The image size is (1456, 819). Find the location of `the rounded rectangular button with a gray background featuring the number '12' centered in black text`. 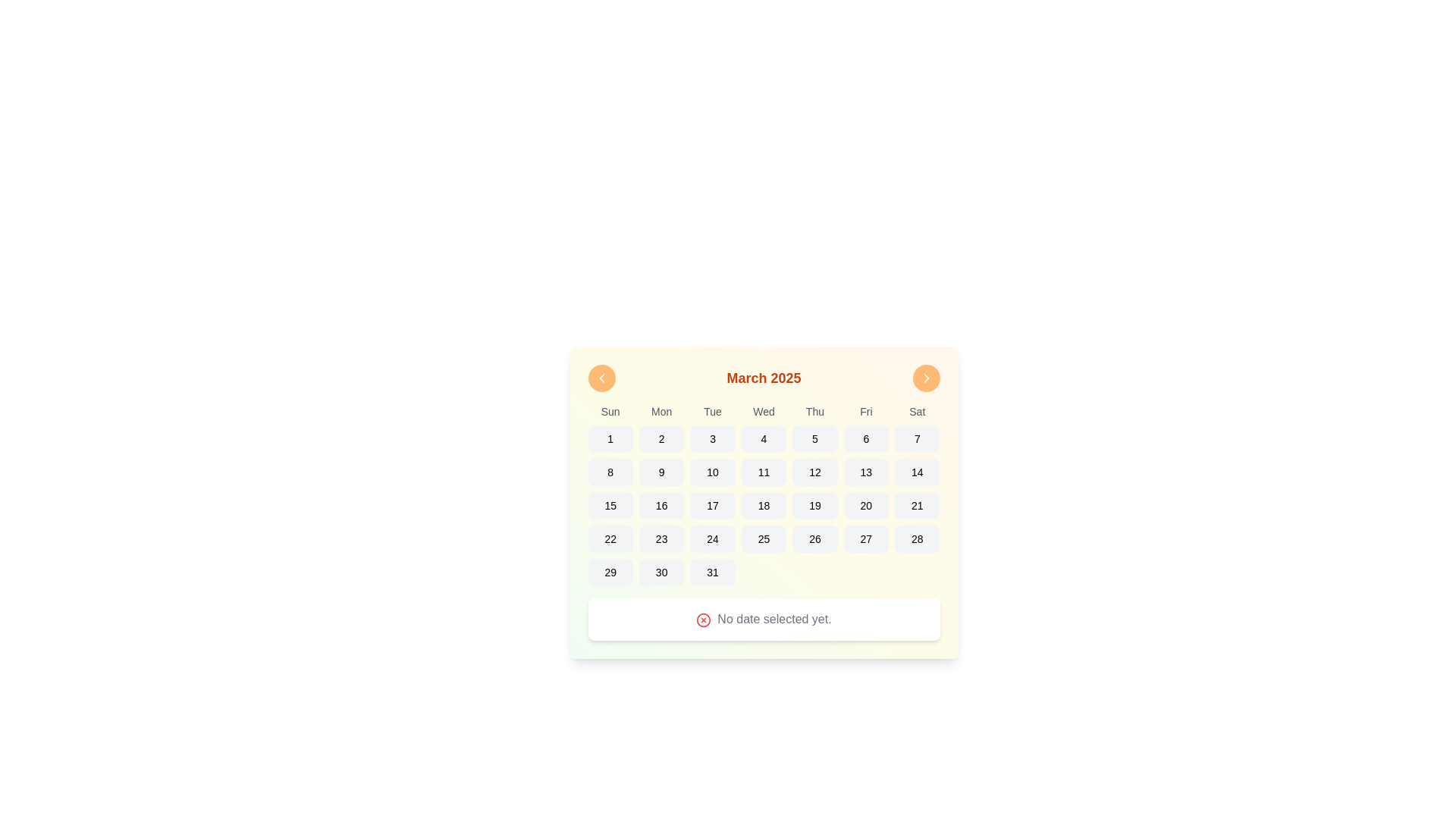

the rounded rectangular button with a gray background featuring the number '12' centered in black text is located at coordinates (814, 472).